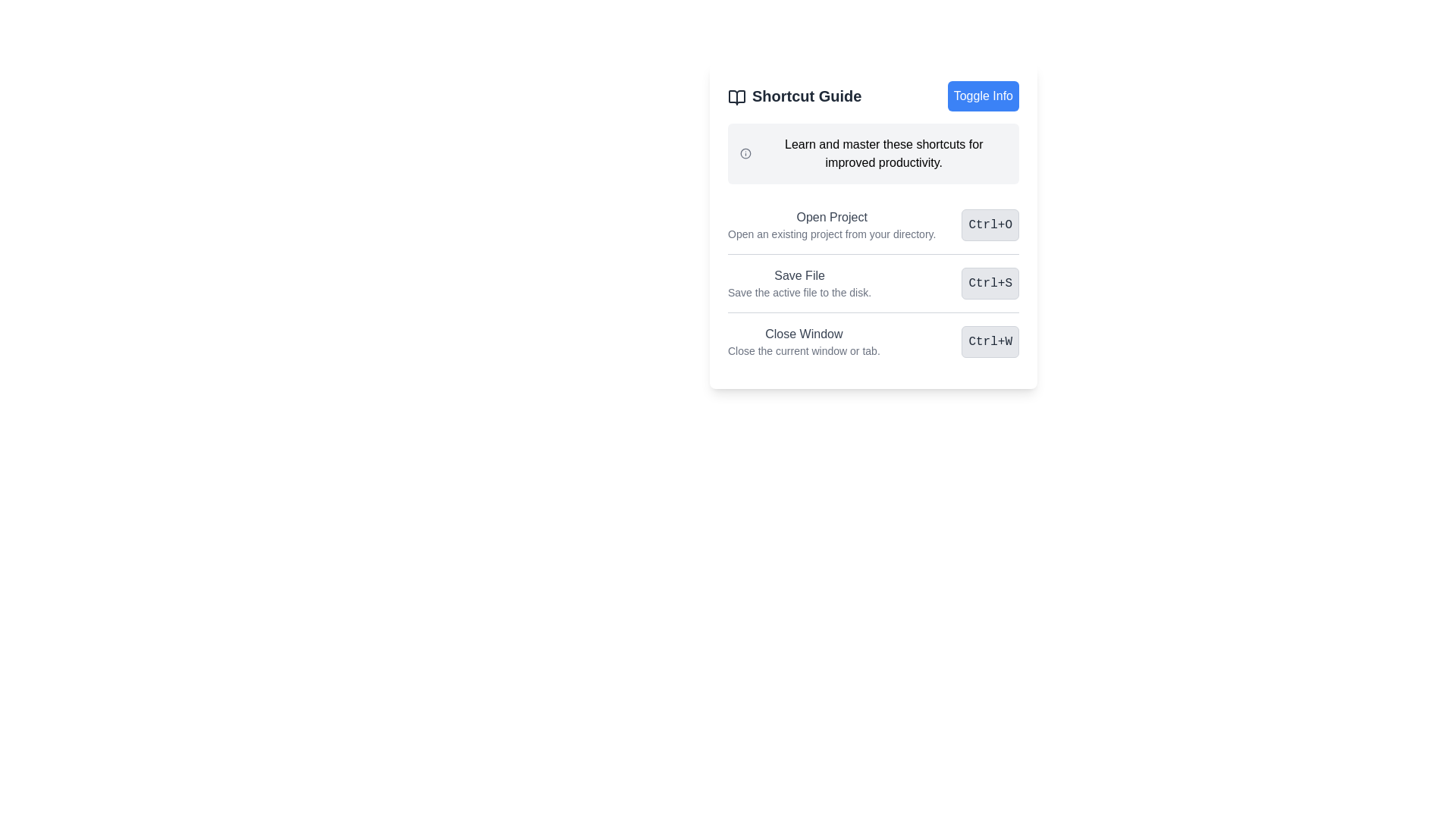 This screenshot has width=1456, height=819. I want to click on the descriptive text element that provides guidance for the 'Open Project' action, located directly below the 'Open Project' title, so click(831, 234).